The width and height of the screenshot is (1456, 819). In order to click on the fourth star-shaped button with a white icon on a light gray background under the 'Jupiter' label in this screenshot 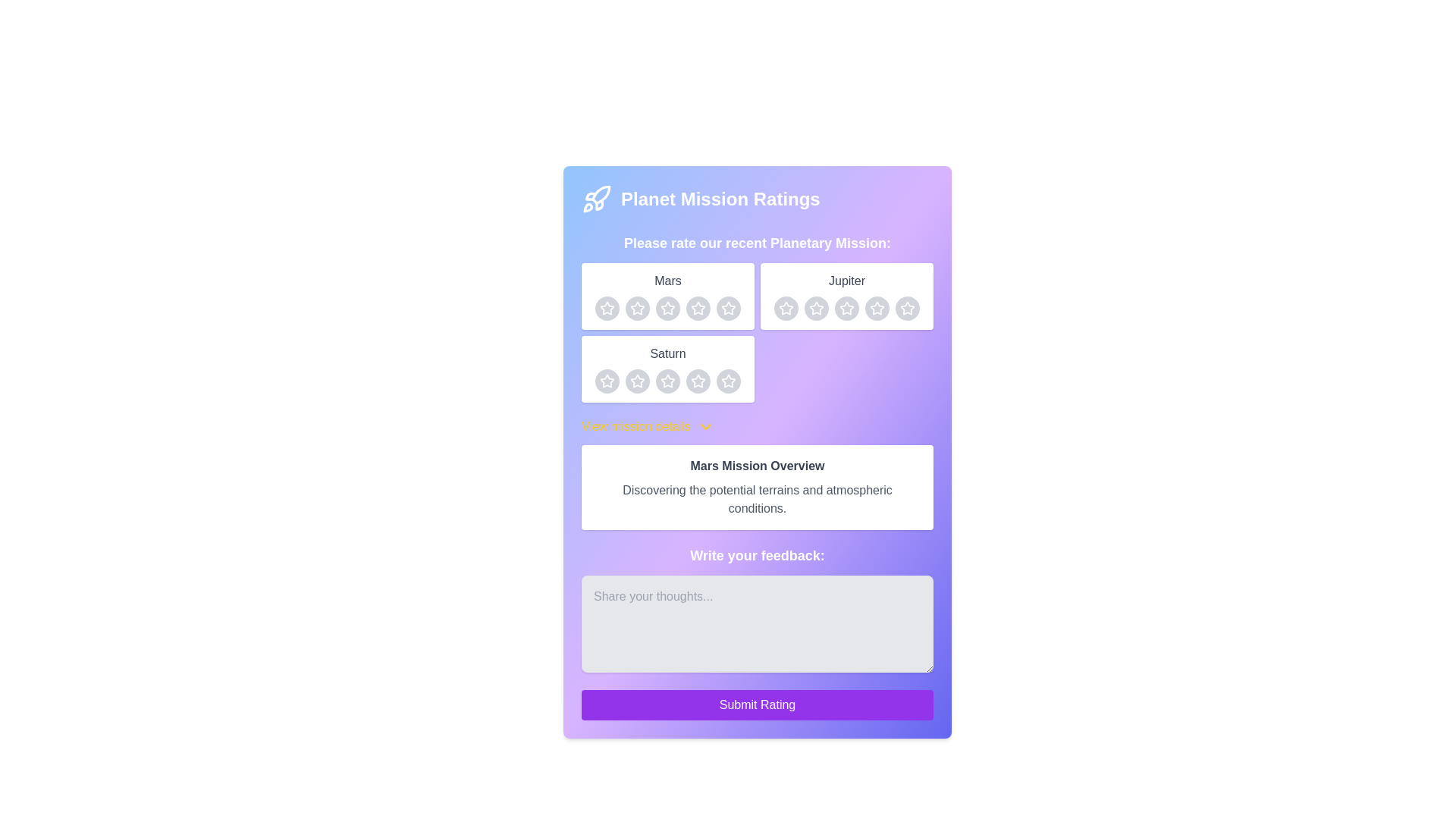, I will do `click(877, 308)`.